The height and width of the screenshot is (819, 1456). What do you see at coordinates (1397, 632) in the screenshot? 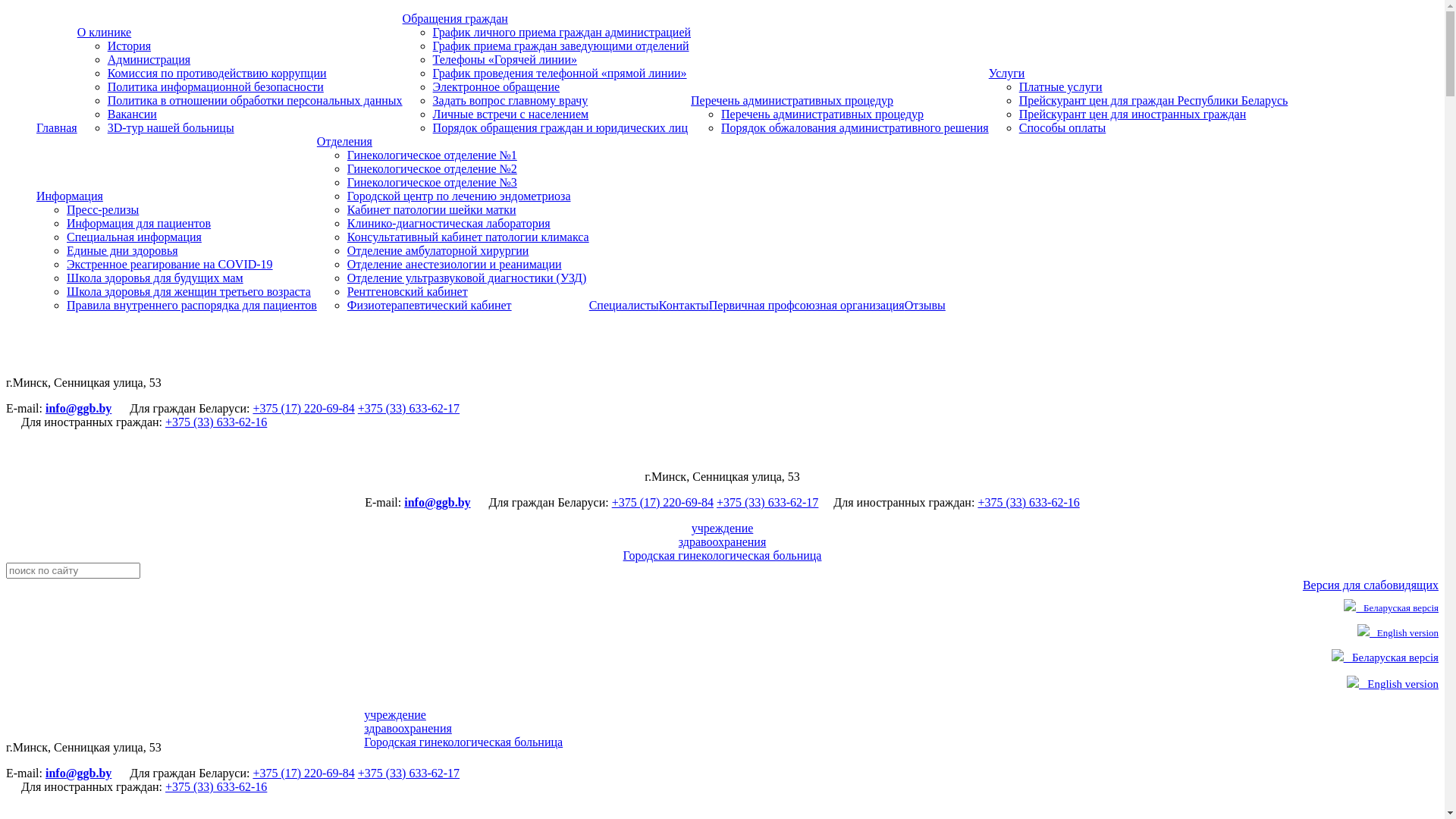
I see `'   English version'` at bounding box center [1397, 632].